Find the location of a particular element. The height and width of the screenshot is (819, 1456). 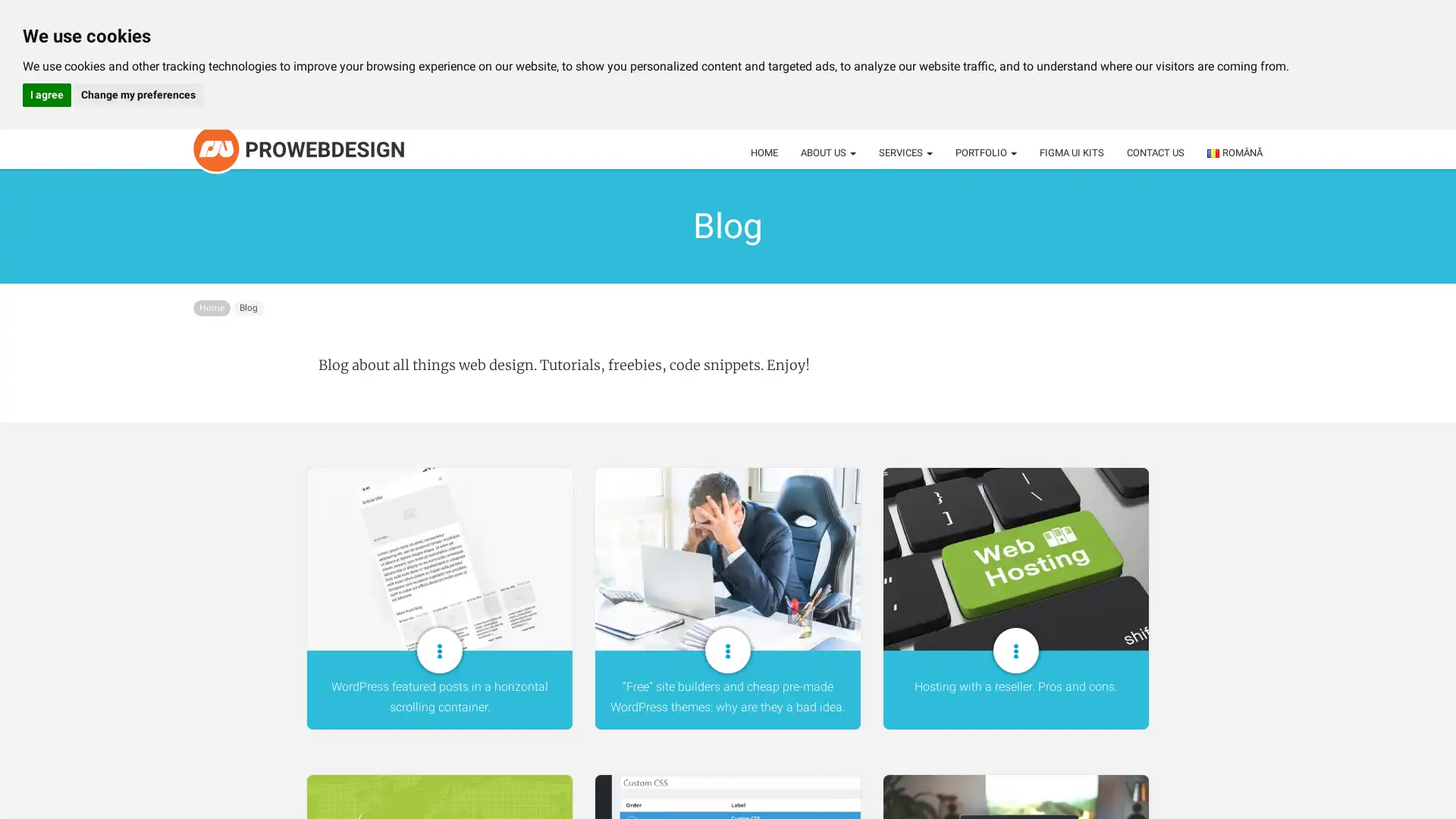

Change my preferences is located at coordinates (137, 95).